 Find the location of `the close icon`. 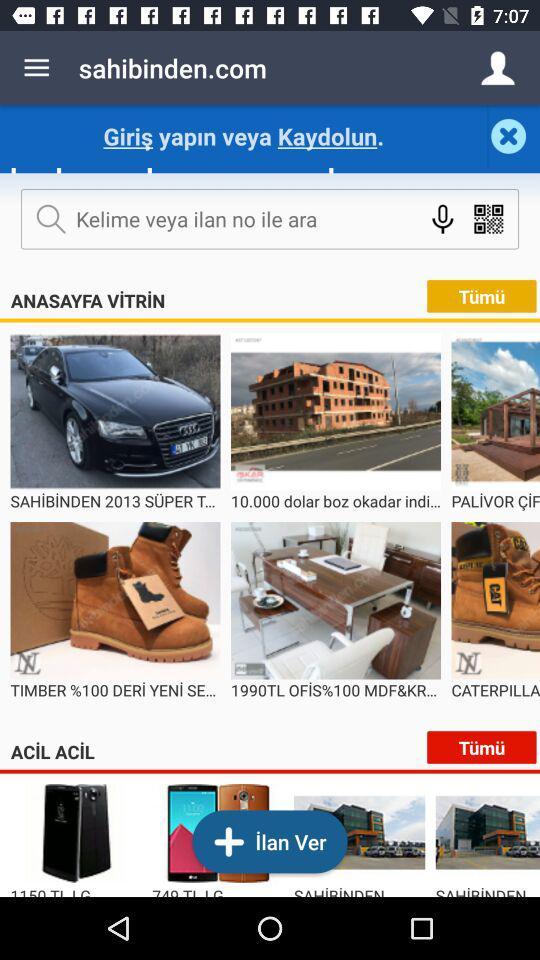

the close icon is located at coordinates (513, 135).